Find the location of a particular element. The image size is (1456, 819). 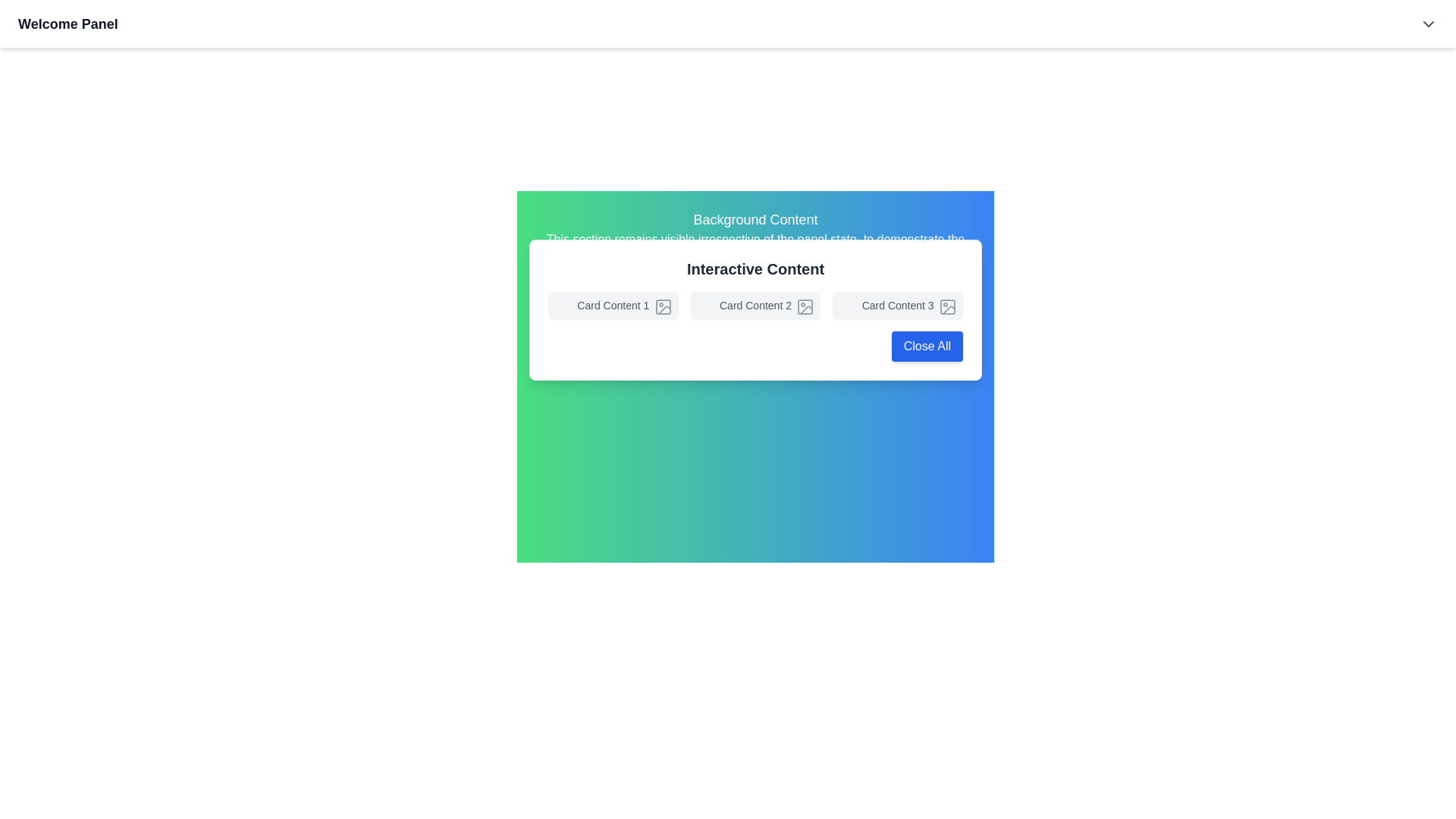

graphical illustration represented by the rectangular shape located in the top-right corner of the second card icon within the interactive content cards is located at coordinates (804, 307).